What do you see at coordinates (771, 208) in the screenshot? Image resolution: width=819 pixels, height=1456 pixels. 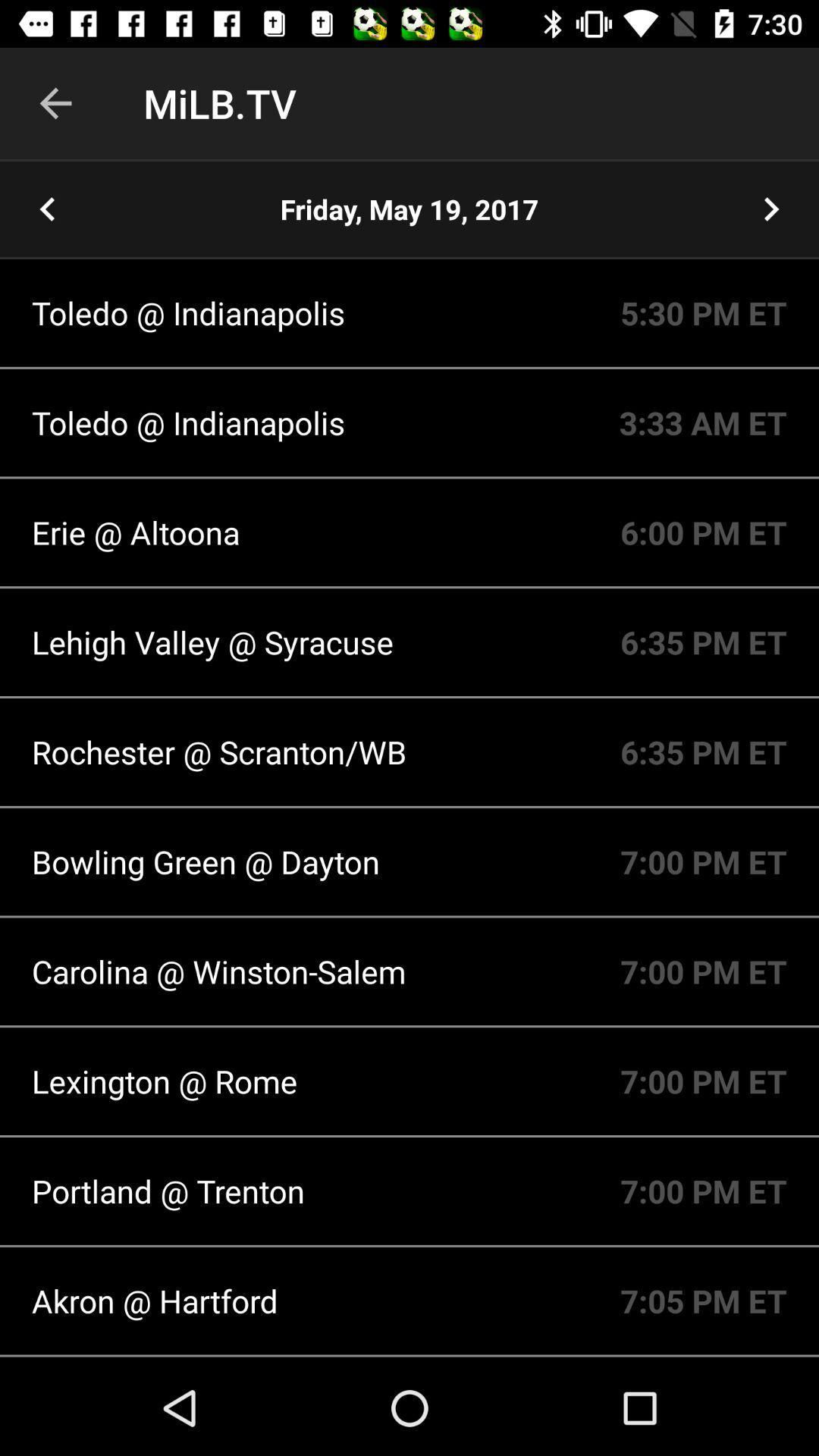 I see `go next date` at bounding box center [771, 208].